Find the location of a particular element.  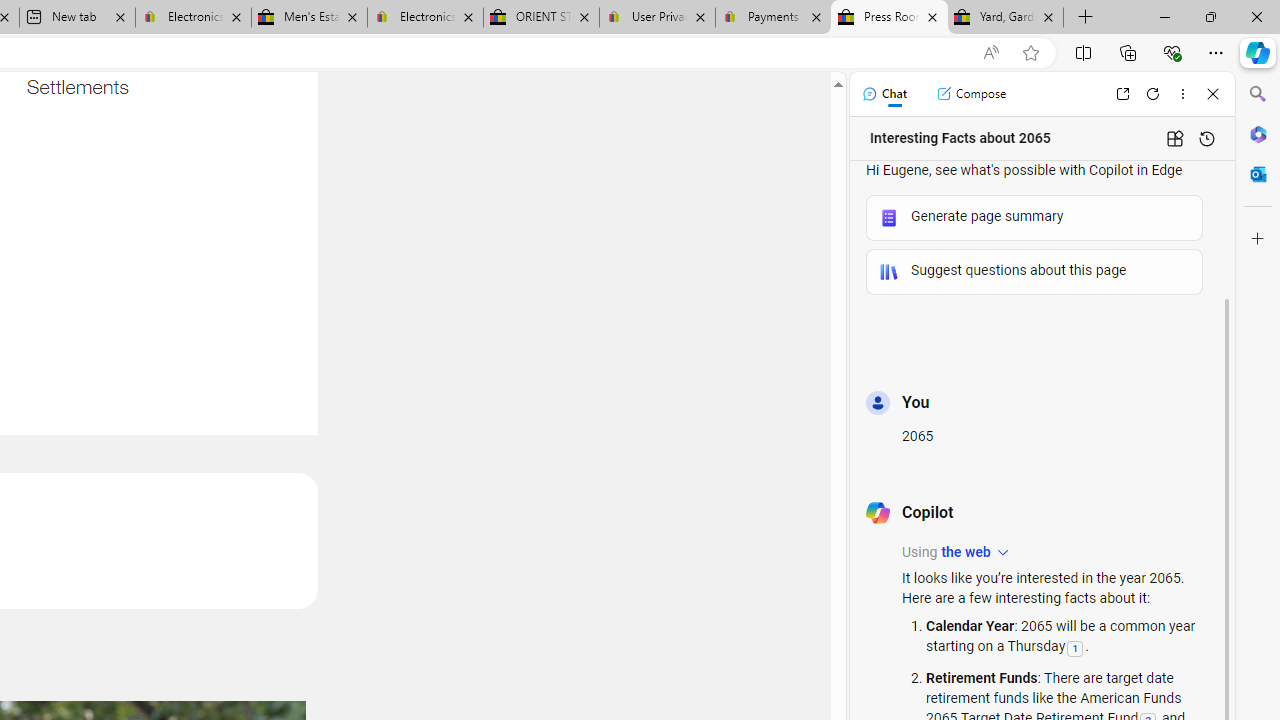

'User Privacy Notice | eBay' is located at coordinates (657, 17).